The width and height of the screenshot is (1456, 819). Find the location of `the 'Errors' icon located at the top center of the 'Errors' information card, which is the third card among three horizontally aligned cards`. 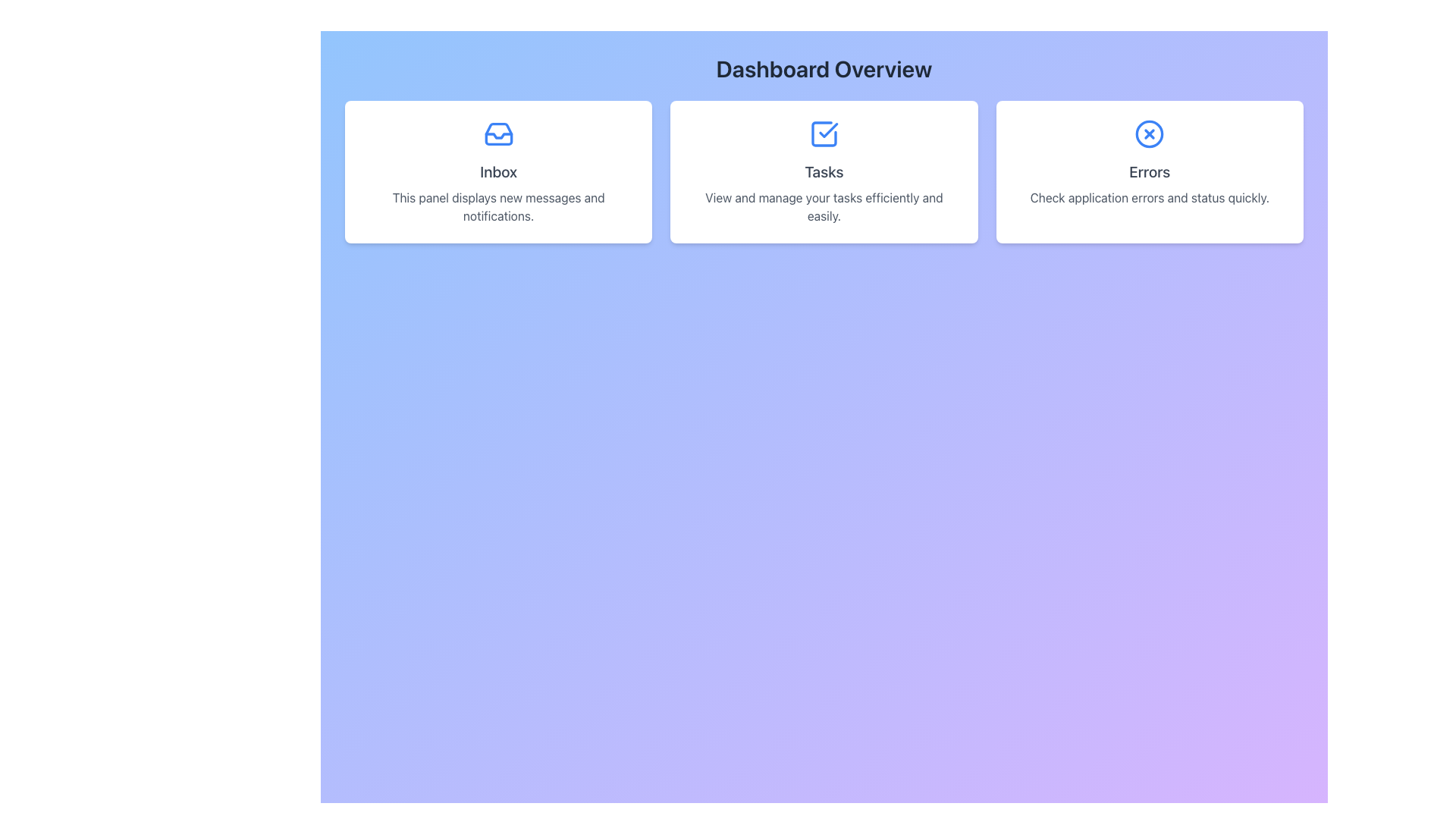

the 'Errors' icon located at the top center of the 'Errors' information card, which is the third card among three horizontally aligned cards is located at coordinates (1150, 133).